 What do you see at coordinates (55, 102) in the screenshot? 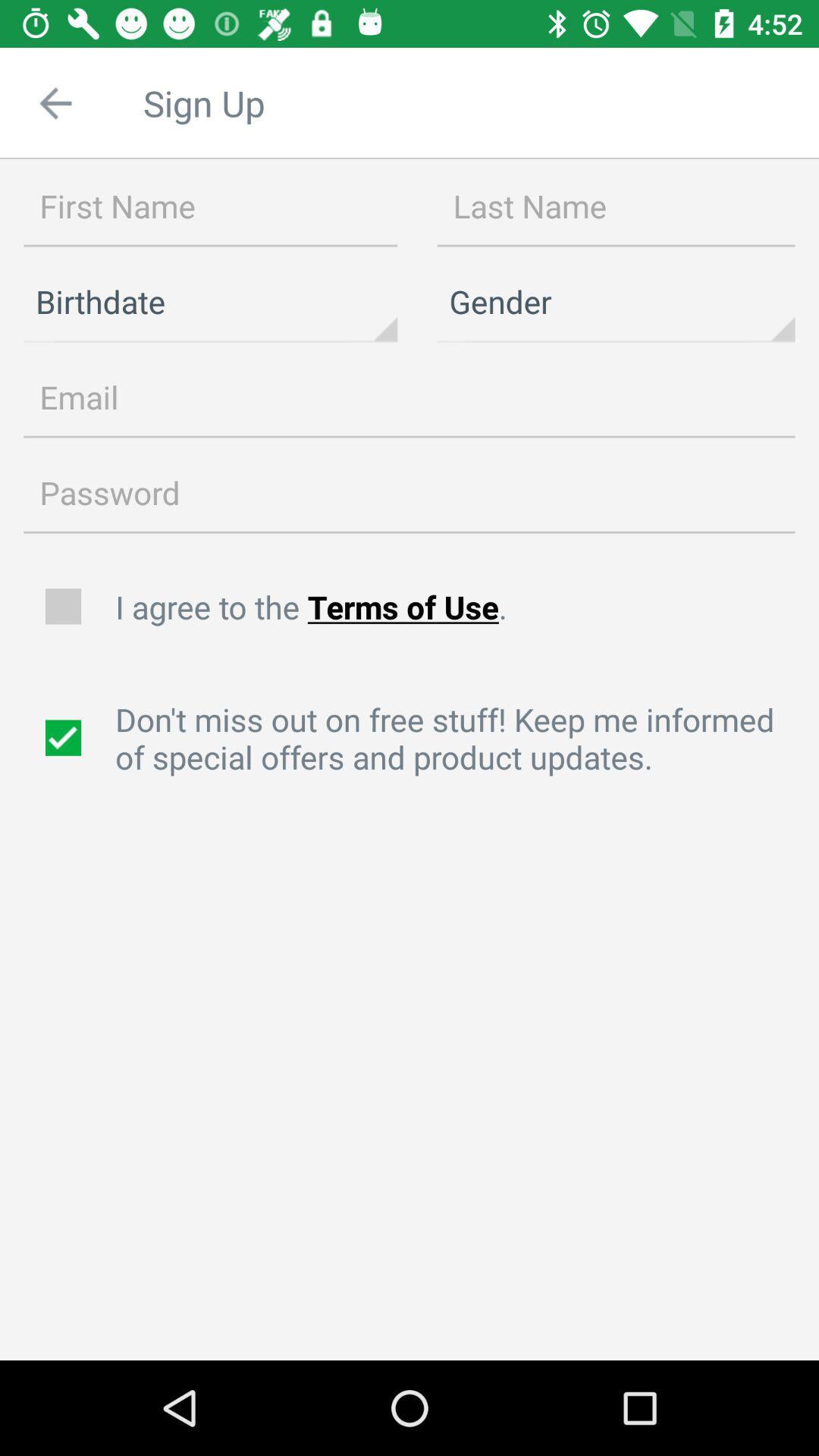
I see `icon to the left of sign up item` at bounding box center [55, 102].